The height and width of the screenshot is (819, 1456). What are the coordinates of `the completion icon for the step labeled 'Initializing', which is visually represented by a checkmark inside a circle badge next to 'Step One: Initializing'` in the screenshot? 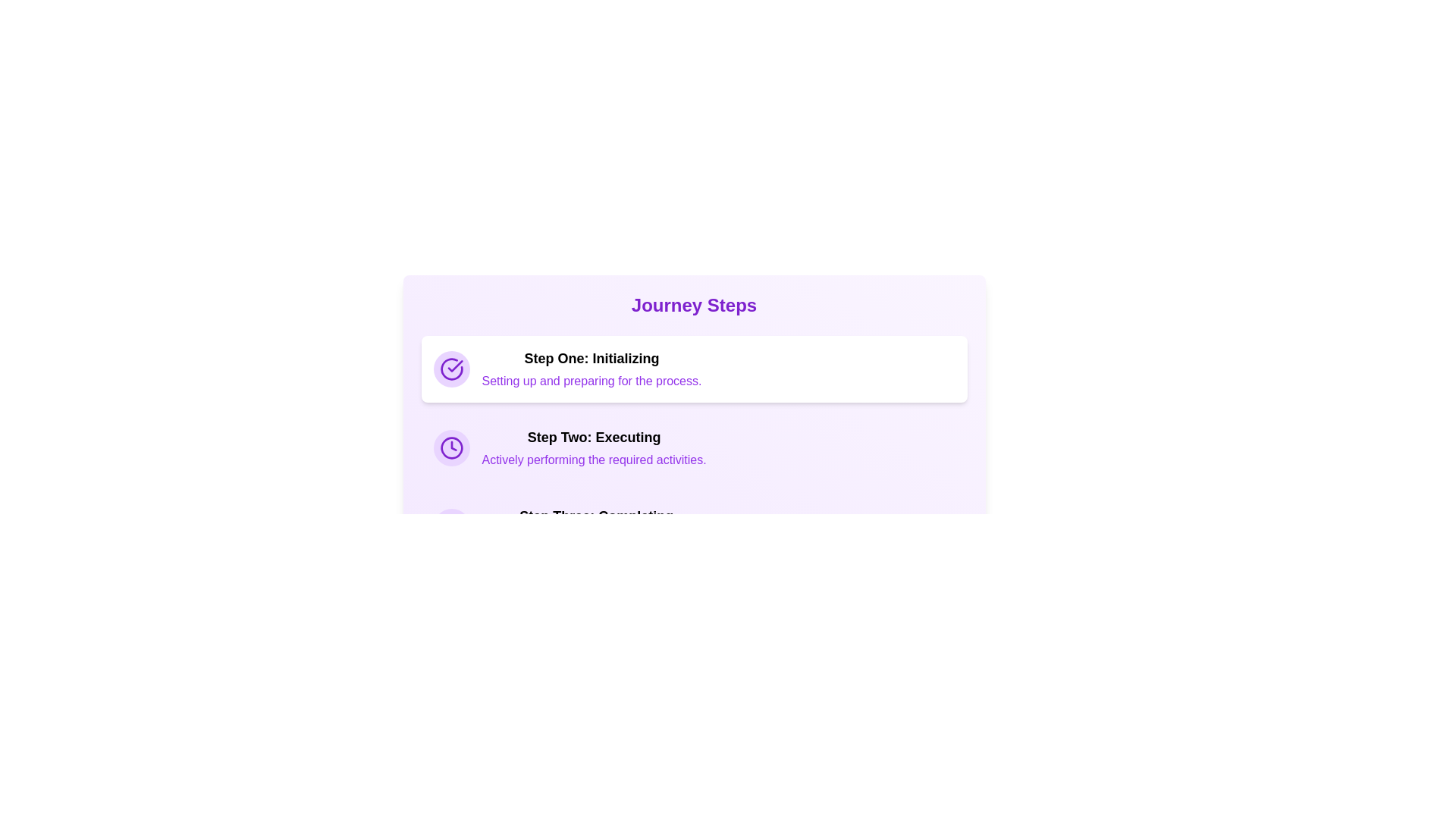 It's located at (454, 366).